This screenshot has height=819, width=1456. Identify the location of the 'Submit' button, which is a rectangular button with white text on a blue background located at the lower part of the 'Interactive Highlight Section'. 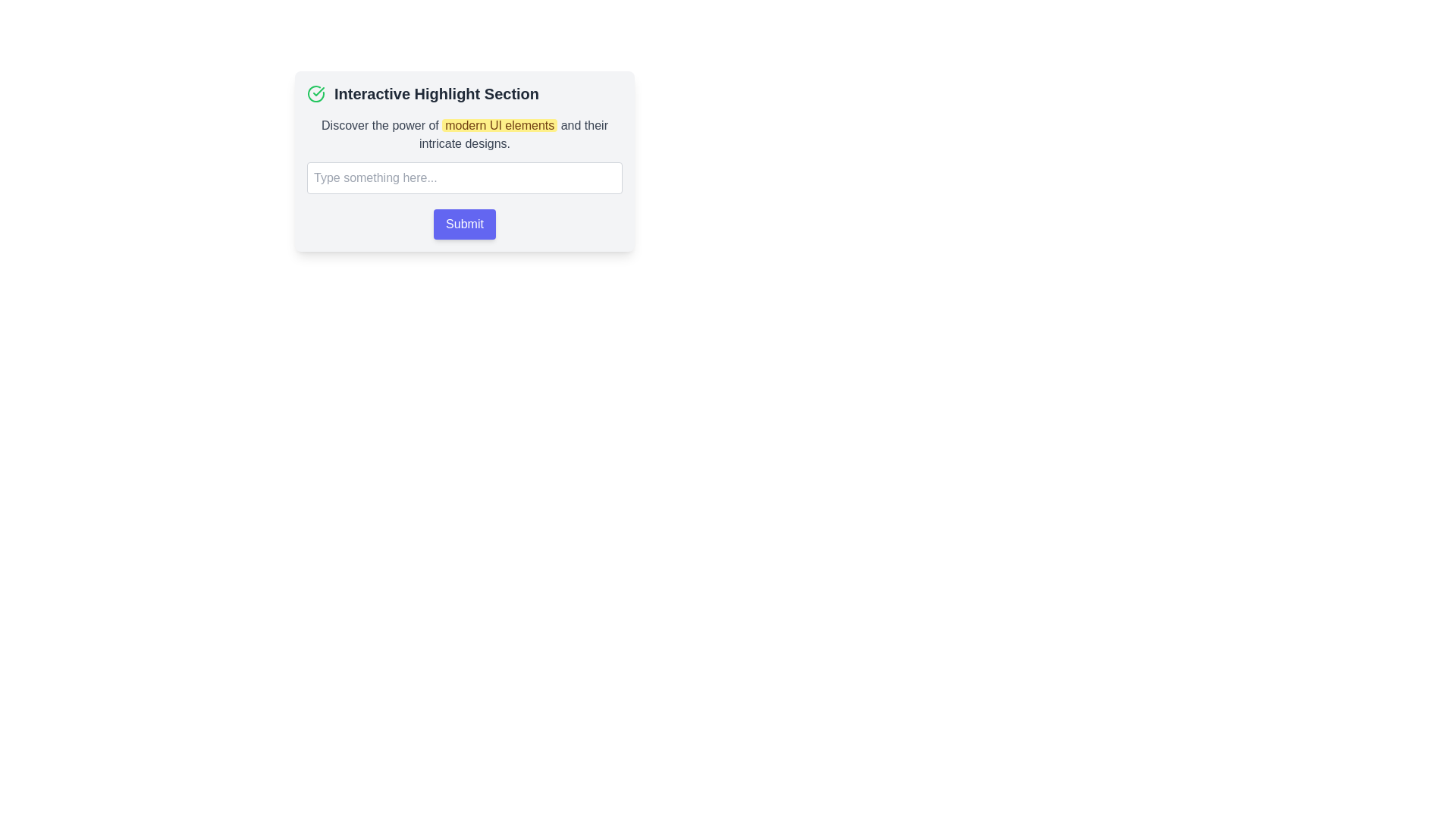
(464, 224).